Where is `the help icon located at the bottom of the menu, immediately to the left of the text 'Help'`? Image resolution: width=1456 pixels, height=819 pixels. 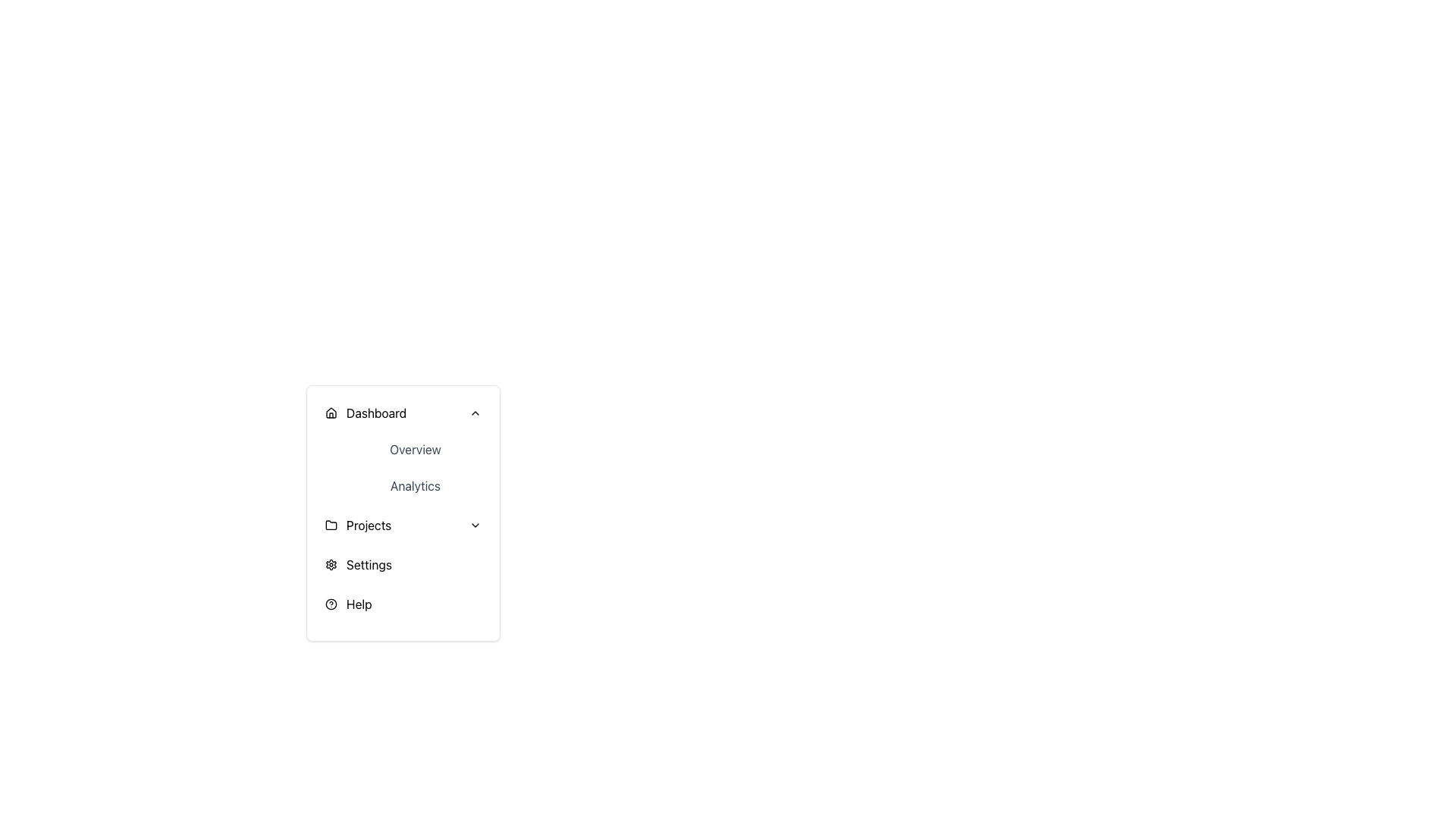 the help icon located at the bottom of the menu, immediately to the left of the text 'Help' is located at coordinates (330, 604).